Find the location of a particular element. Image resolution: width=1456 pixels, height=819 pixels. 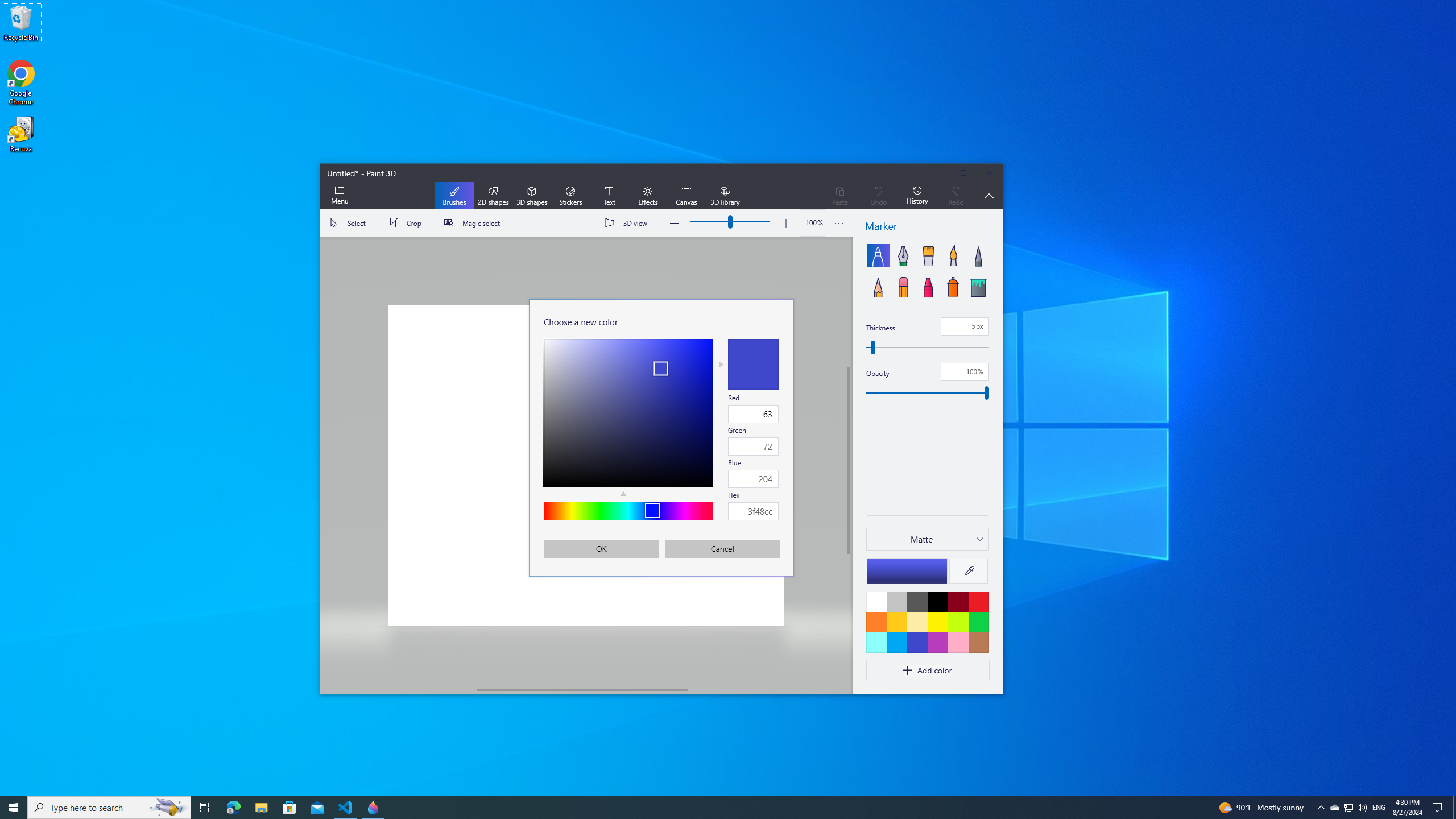

'Start' is located at coordinates (14, 806).